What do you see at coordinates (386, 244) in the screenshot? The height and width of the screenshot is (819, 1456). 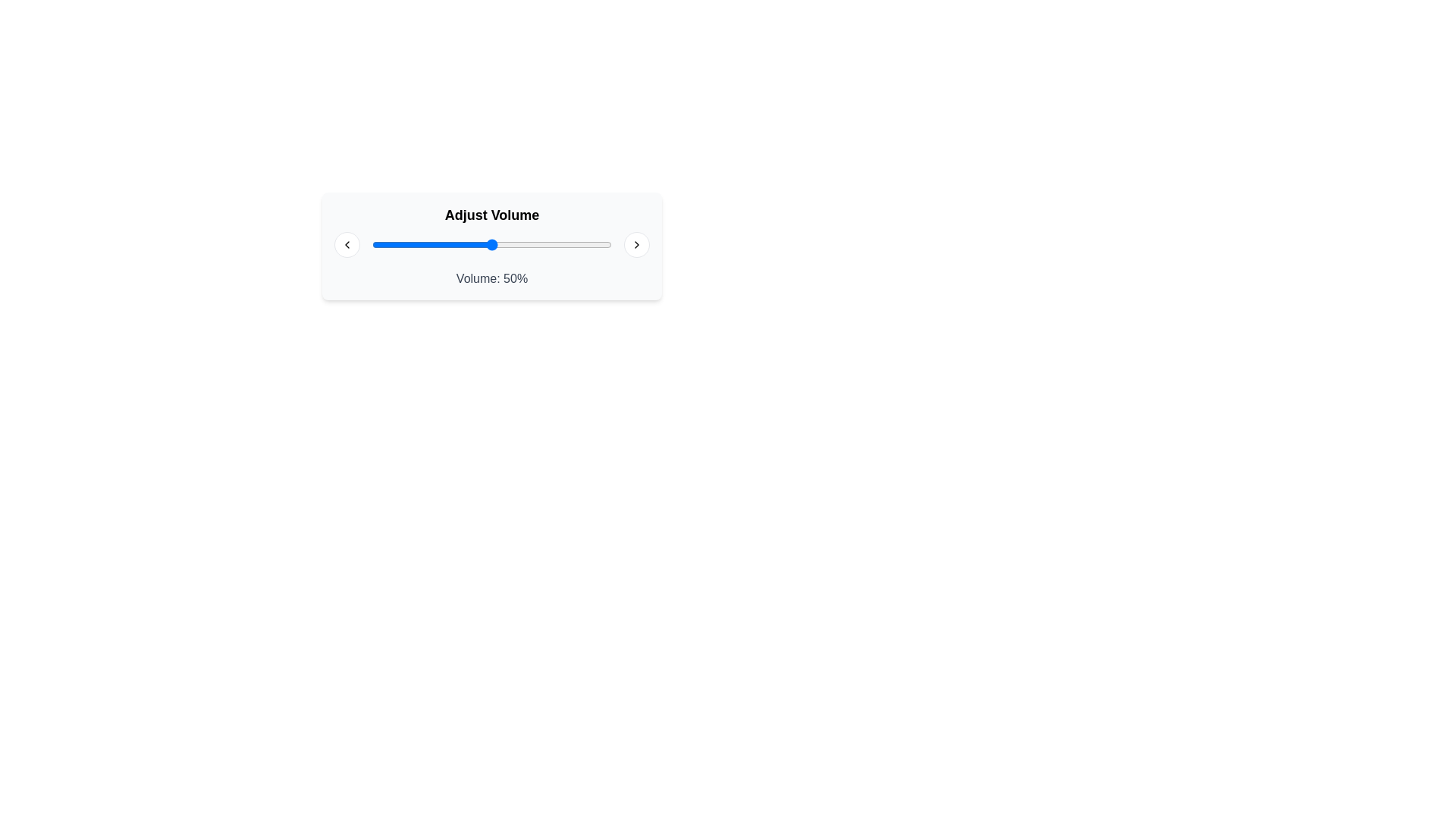 I see `the slider` at bounding box center [386, 244].